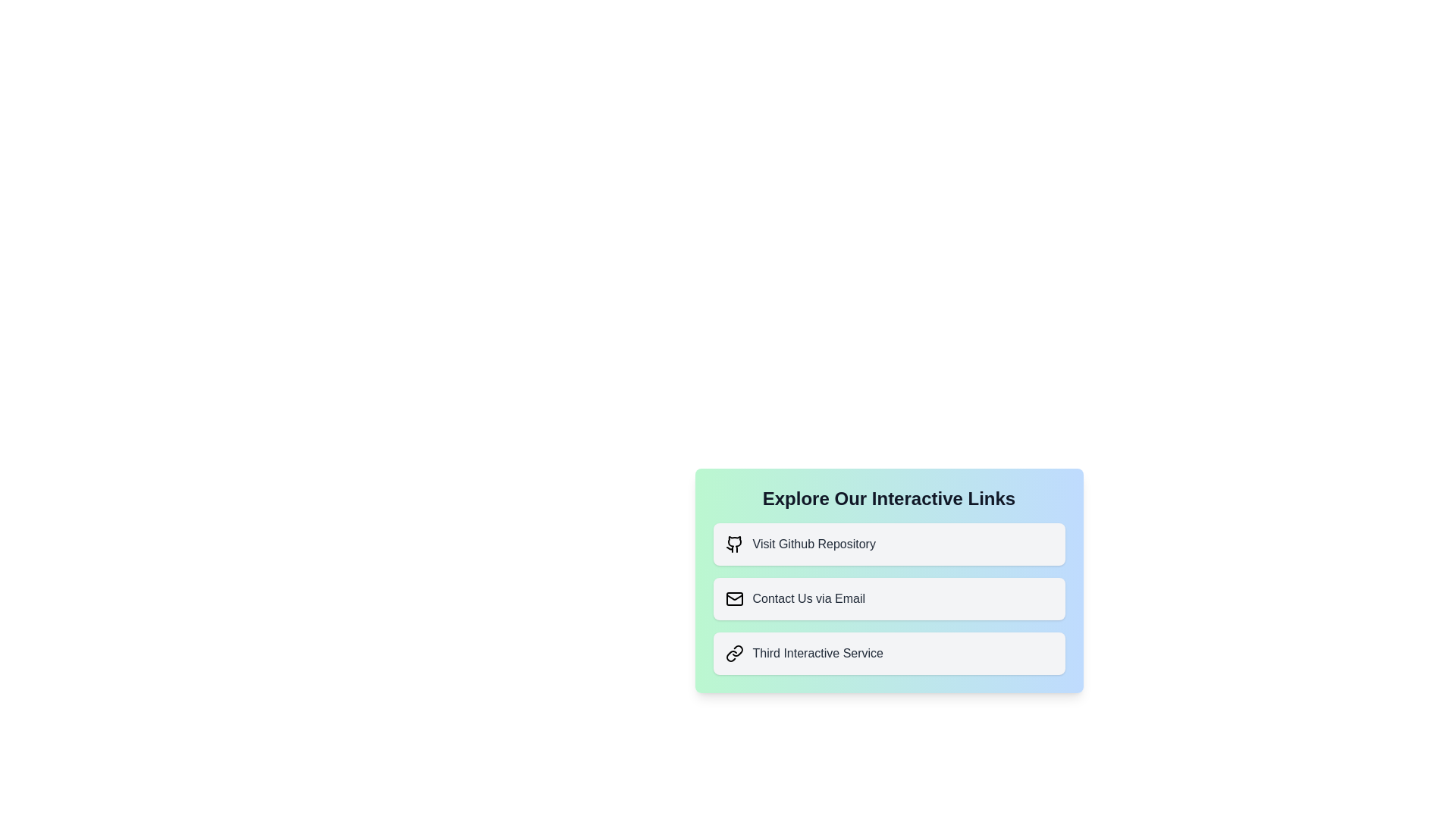 This screenshot has width=1456, height=819. What do you see at coordinates (889, 543) in the screenshot?
I see `the 'Visit Github Repository' text block with GitHub icon for keyboard navigation` at bounding box center [889, 543].